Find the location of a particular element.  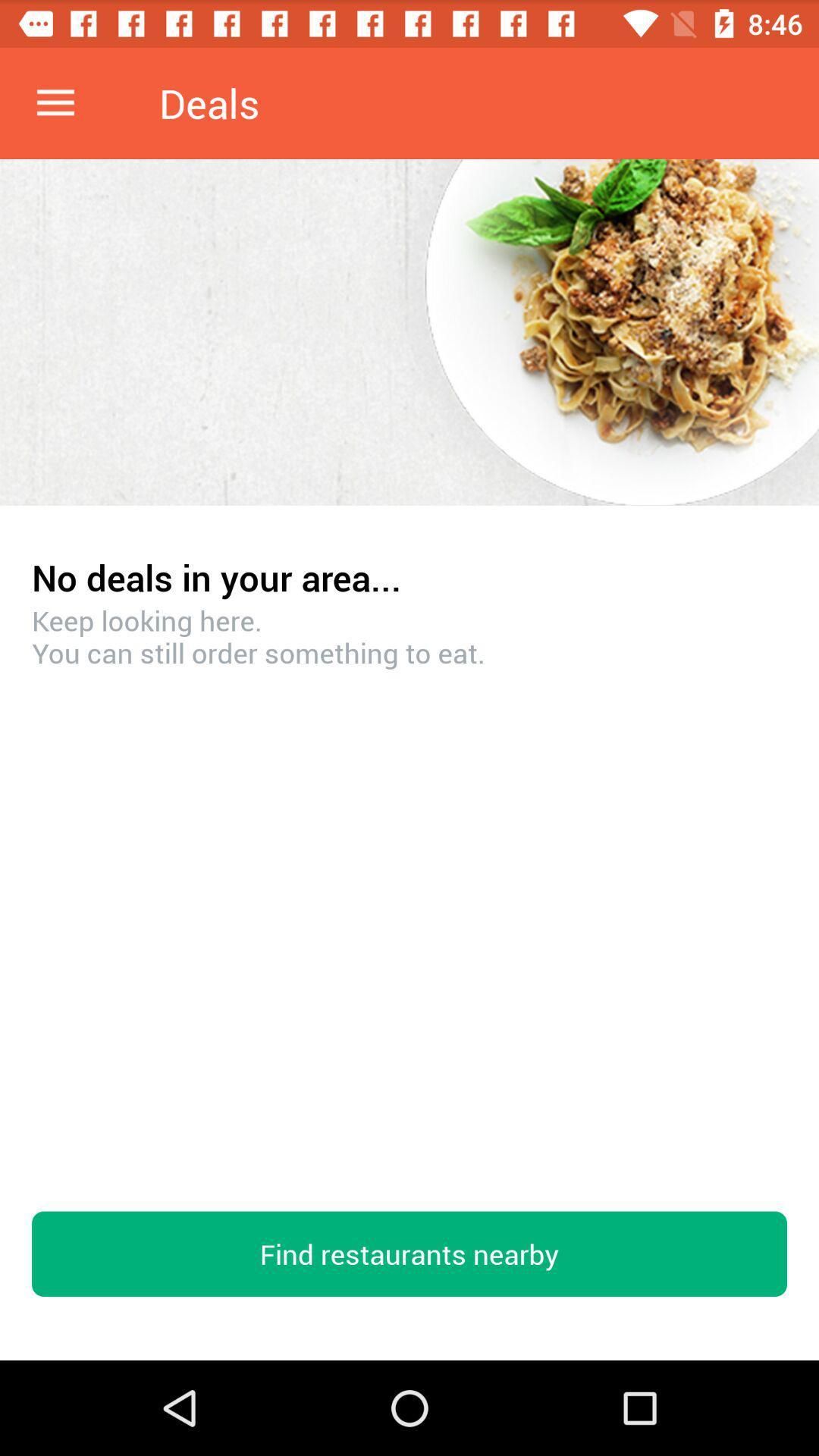

icon at the top left corner is located at coordinates (55, 102).